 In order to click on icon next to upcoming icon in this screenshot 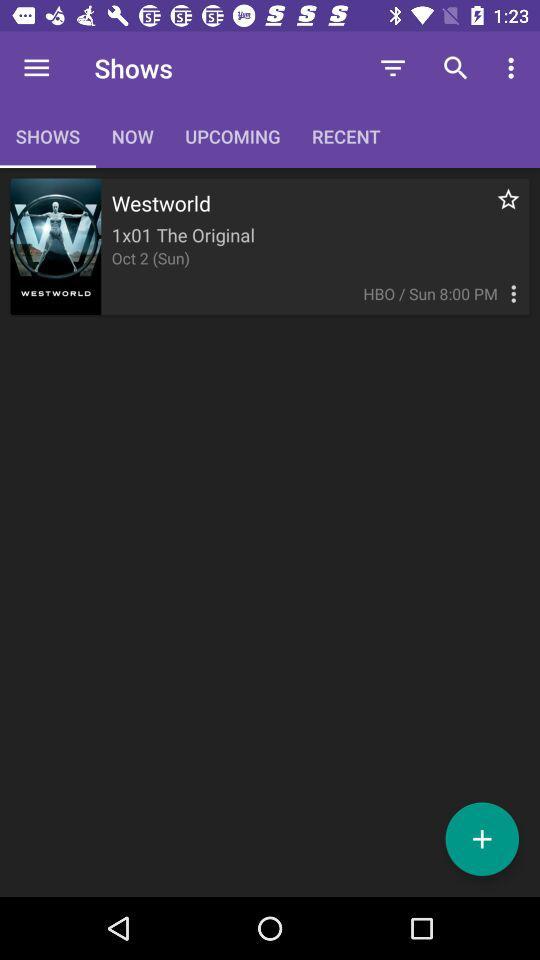, I will do `click(393, 68)`.